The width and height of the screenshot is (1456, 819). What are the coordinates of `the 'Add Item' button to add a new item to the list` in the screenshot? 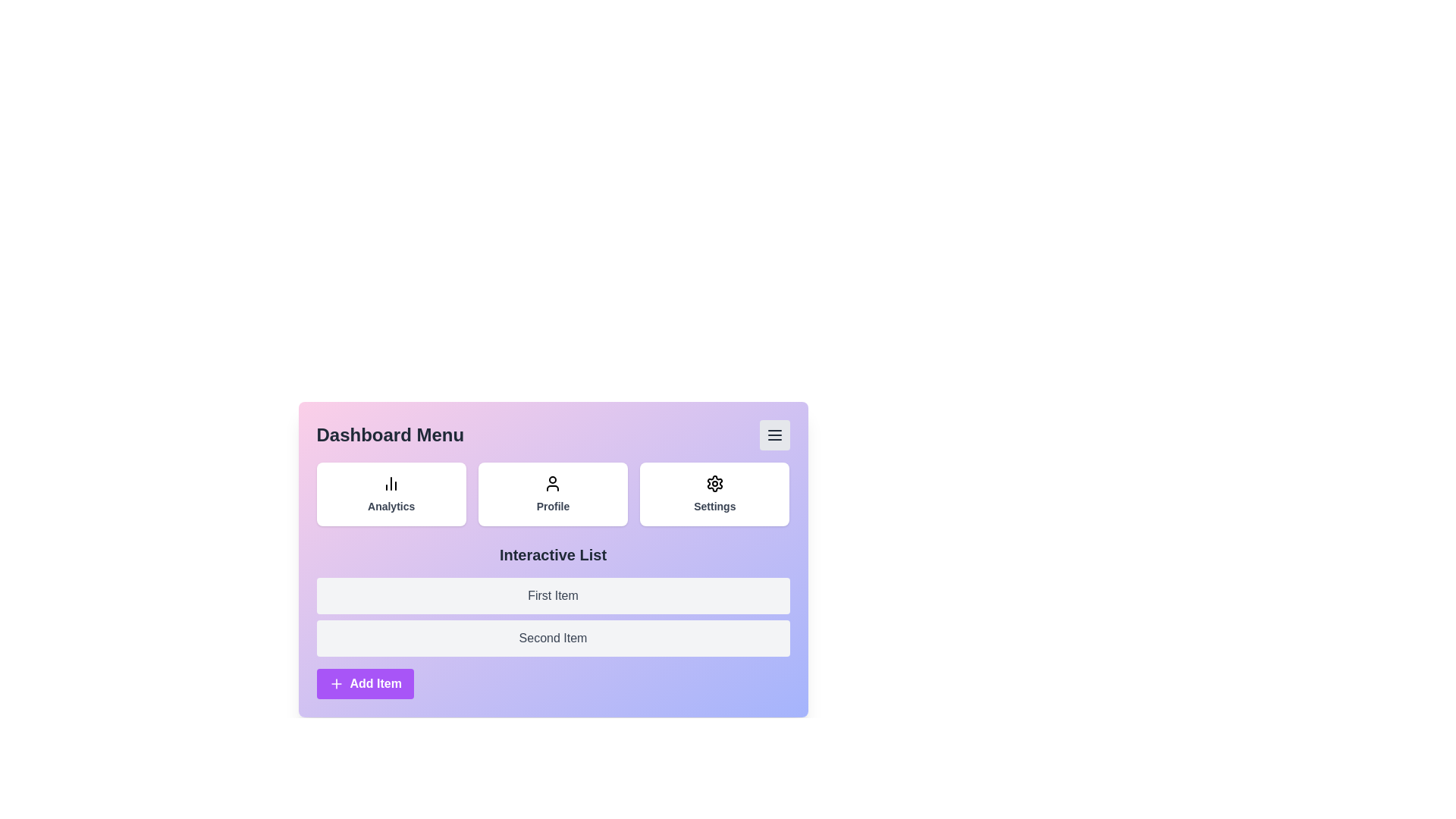 It's located at (365, 684).